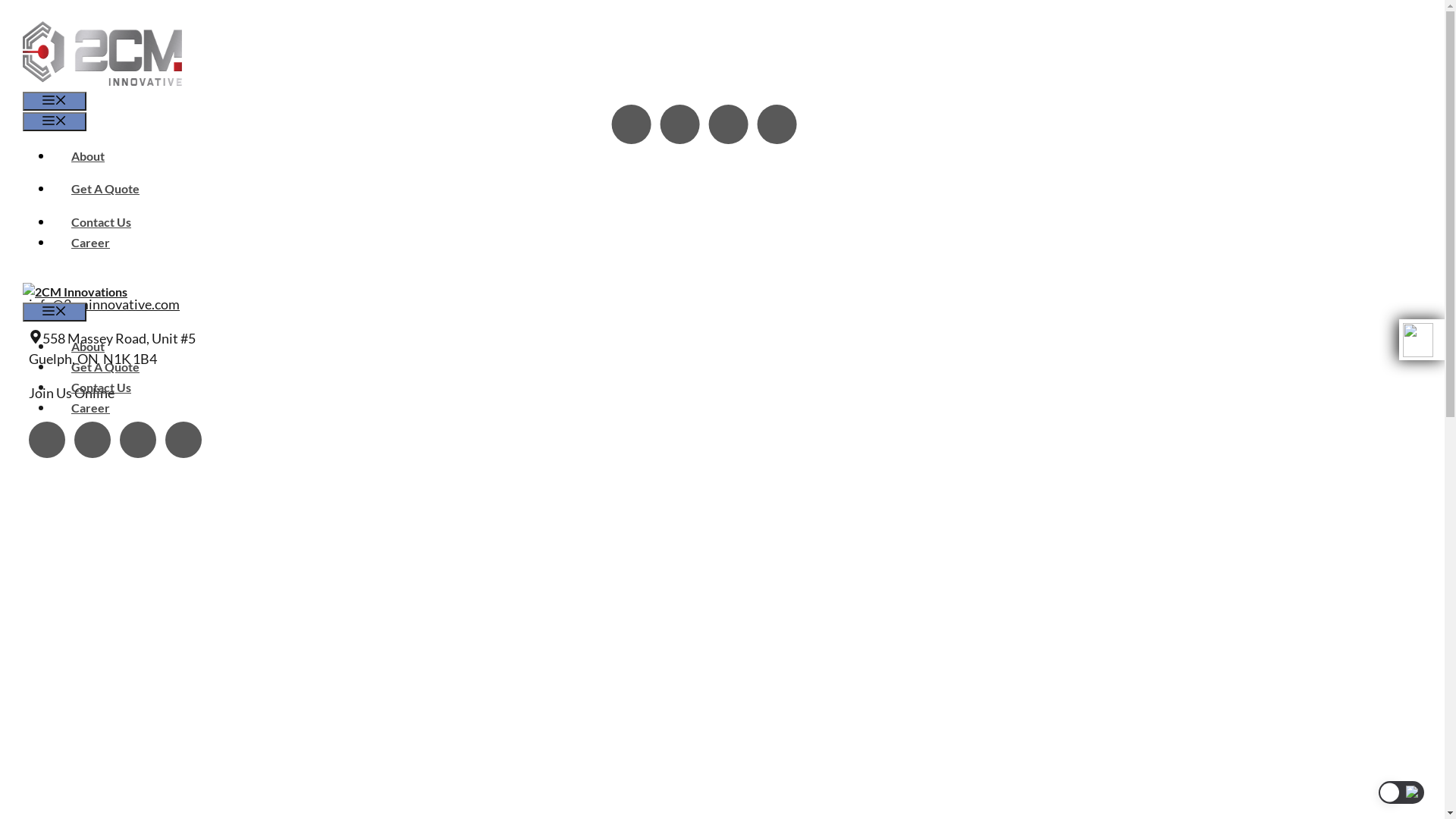 This screenshot has height=819, width=1456. What do you see at coordinates (29, 439) in the screenshot?
I see `'Instagram'` at bounding box center [29, 439].